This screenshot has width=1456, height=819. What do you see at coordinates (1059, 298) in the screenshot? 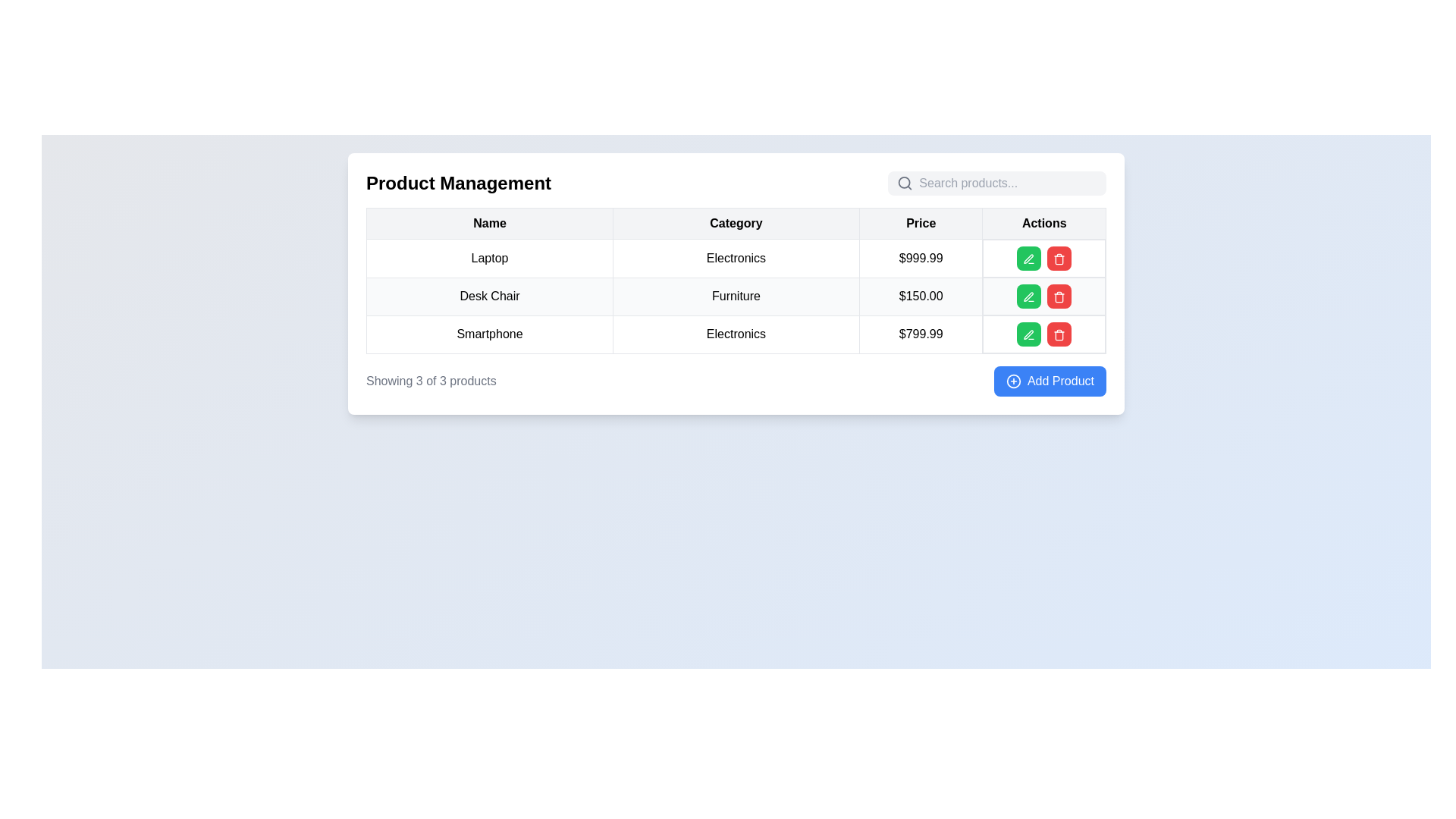
I see `the red delete button represented by a trash can icon located under the 'Actions' column of the third row of the table` at bounding box center [1059, 298].